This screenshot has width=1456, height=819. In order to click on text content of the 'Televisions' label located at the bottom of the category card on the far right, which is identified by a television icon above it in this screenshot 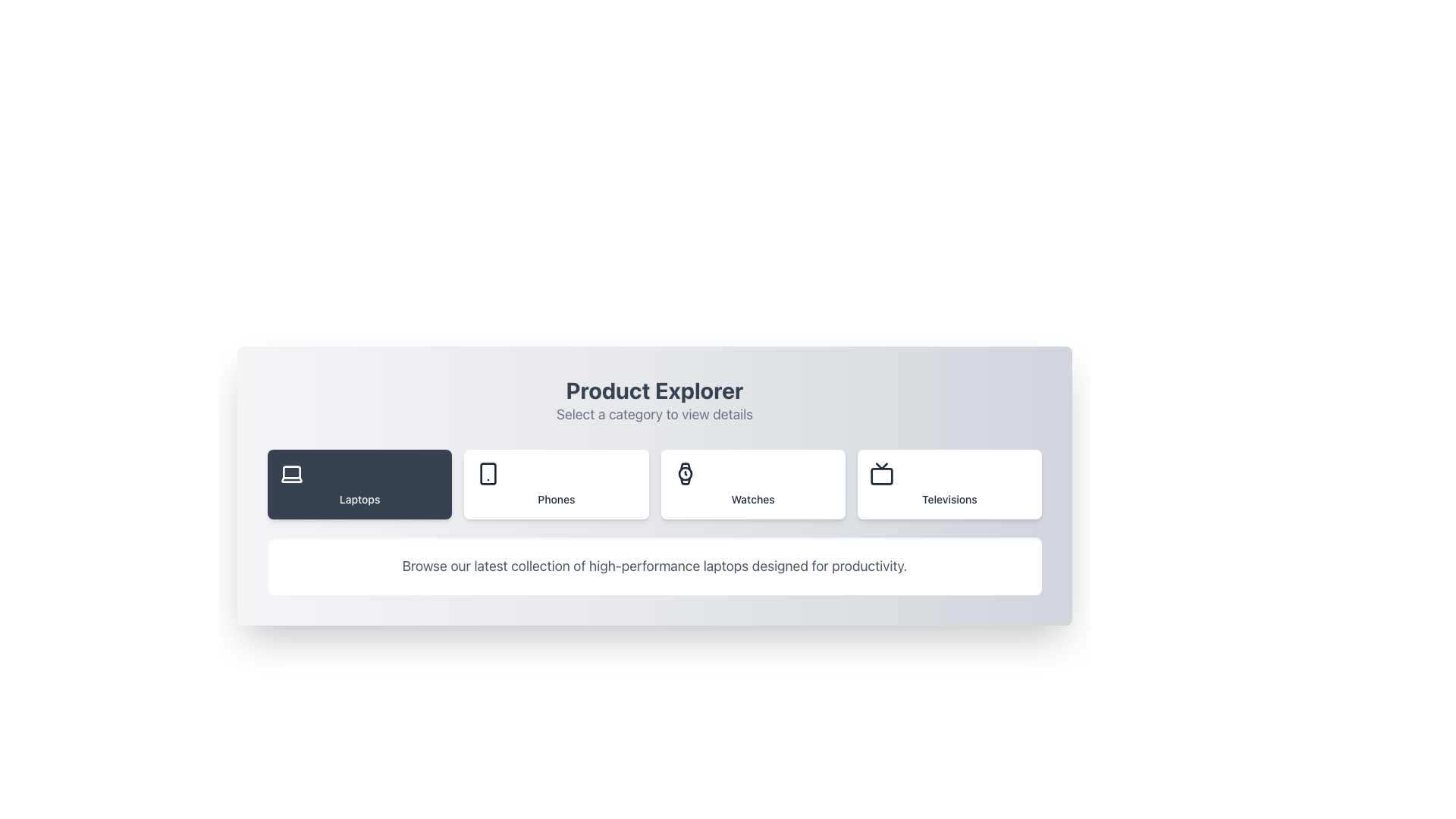, I will do `click(949, 500)`.